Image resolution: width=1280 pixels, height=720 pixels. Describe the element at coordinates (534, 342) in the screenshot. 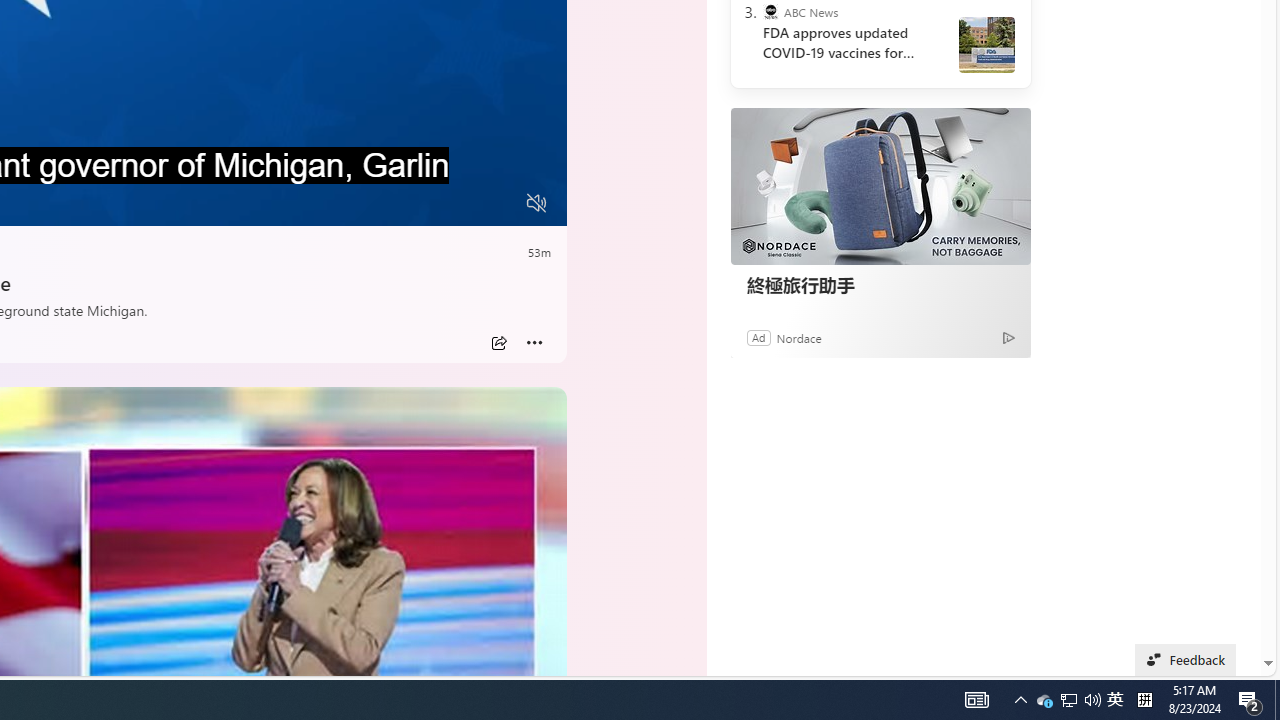

I see `'More'` at that location.